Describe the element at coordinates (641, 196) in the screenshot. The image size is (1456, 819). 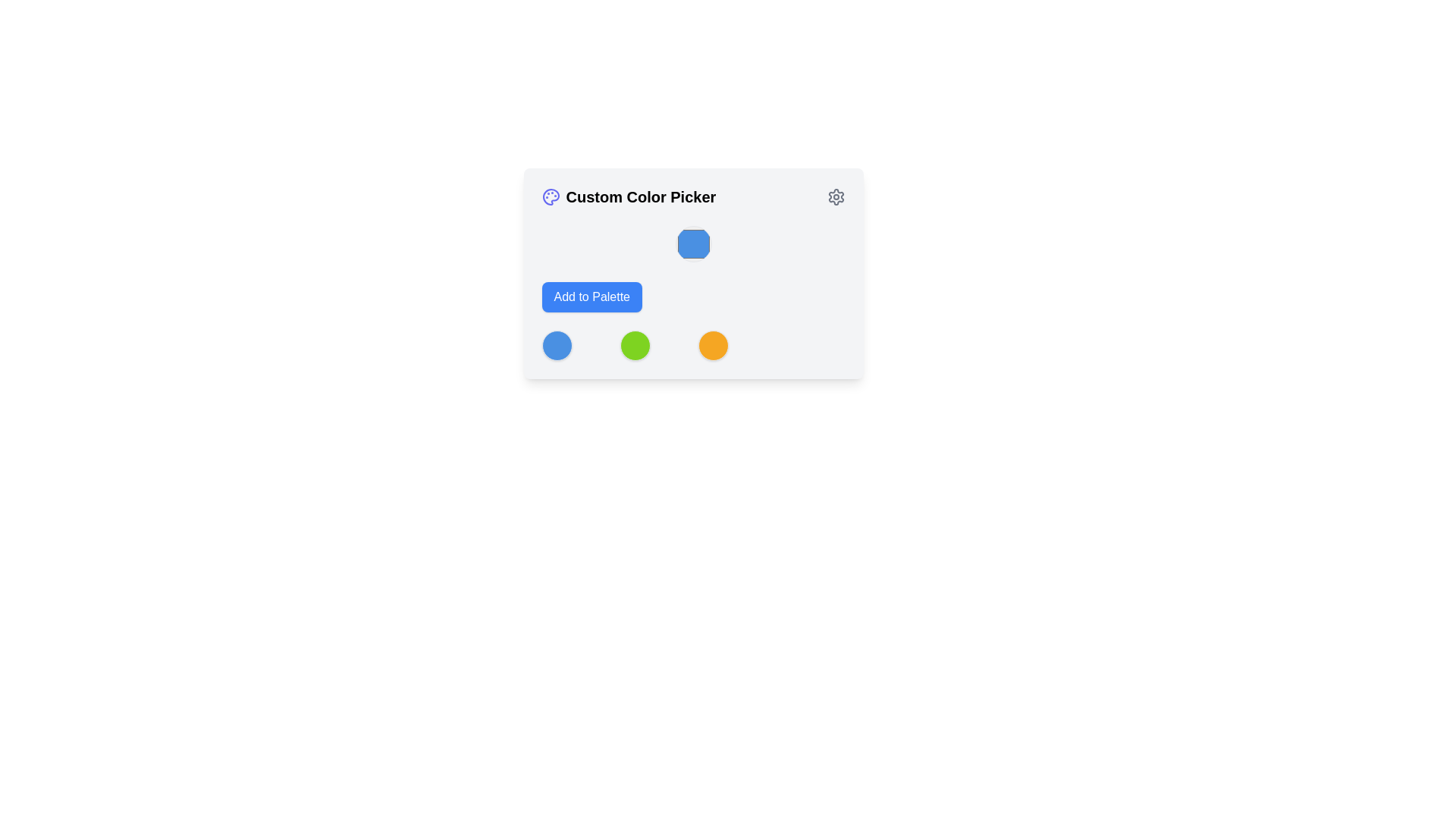
I see `text of the primary label positioned centrally at the top of the interface card` at that location.